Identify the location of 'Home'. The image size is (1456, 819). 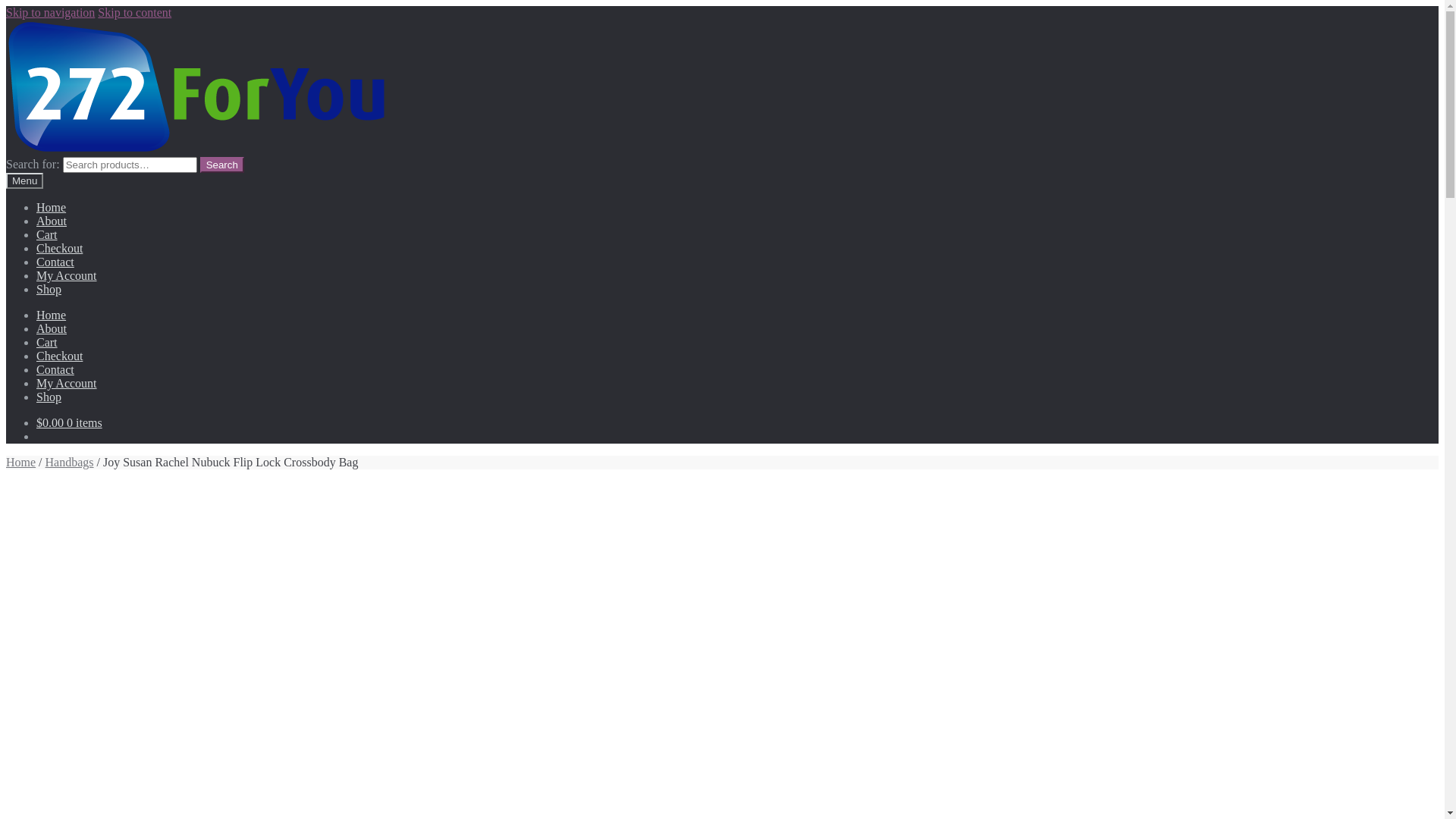
(20, 461).